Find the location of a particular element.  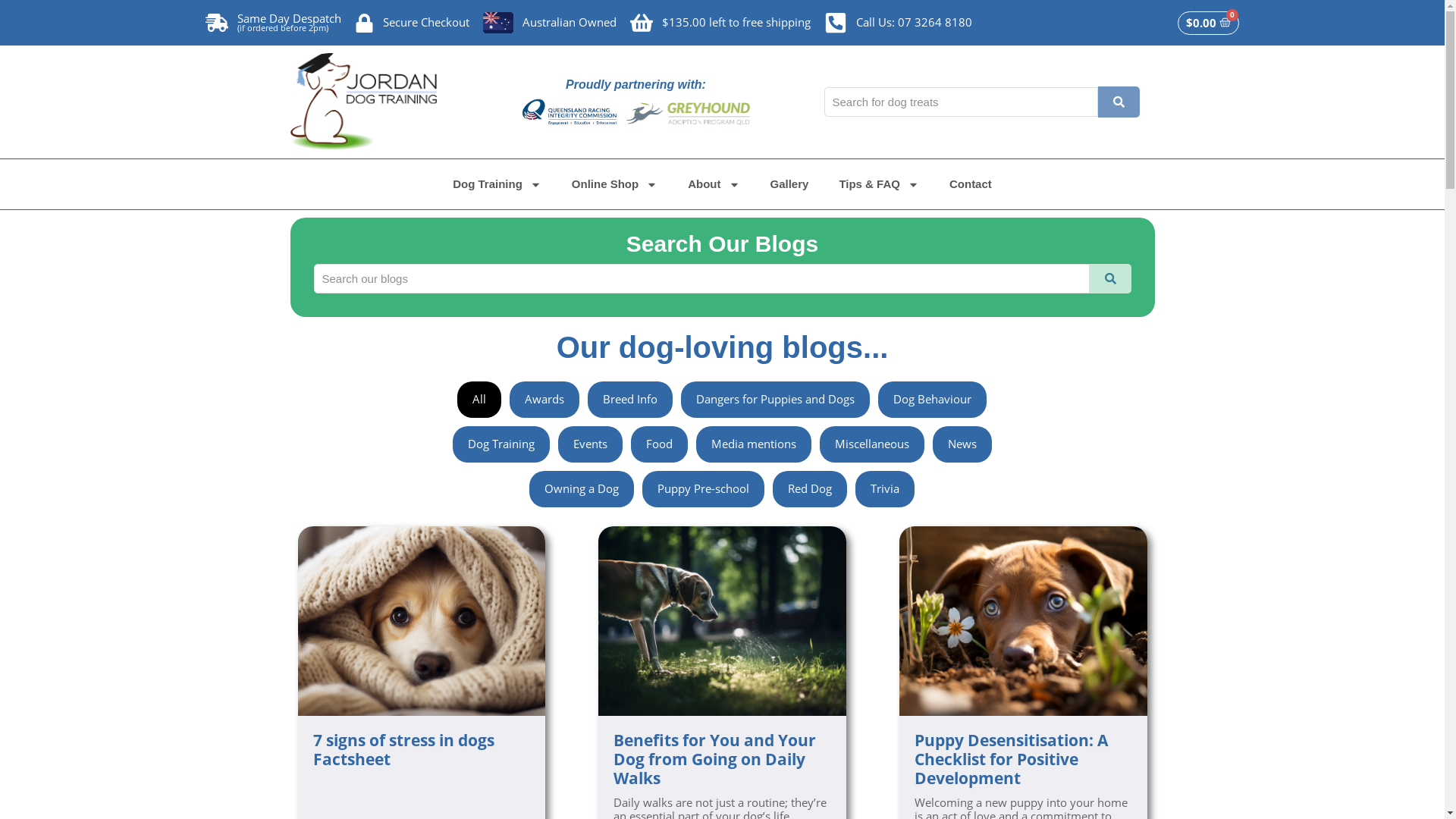

'Dog Training' is located at coordinates (497, 184).